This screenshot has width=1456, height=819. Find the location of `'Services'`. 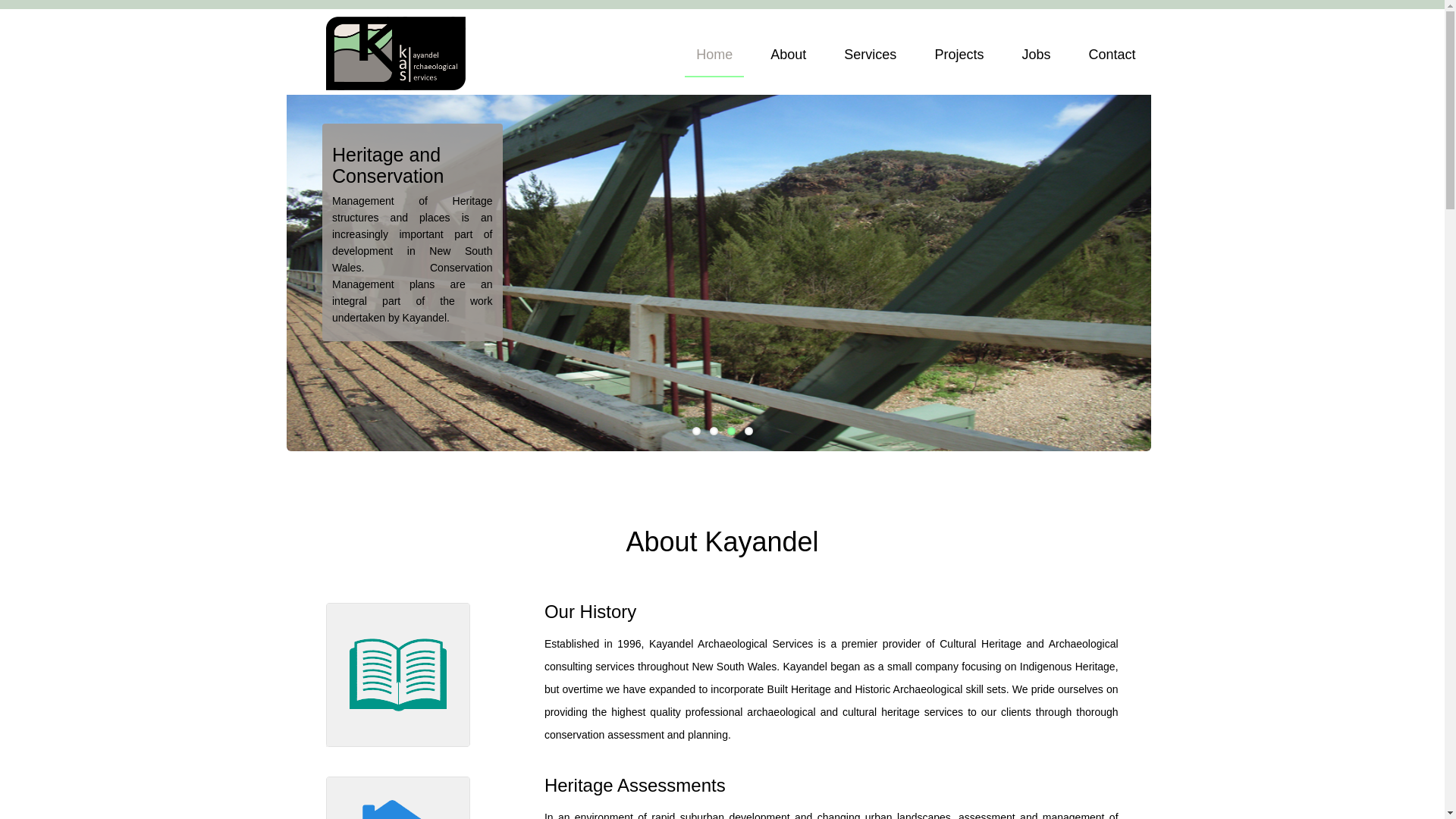

'Services' is located at coordinates (870, 58).